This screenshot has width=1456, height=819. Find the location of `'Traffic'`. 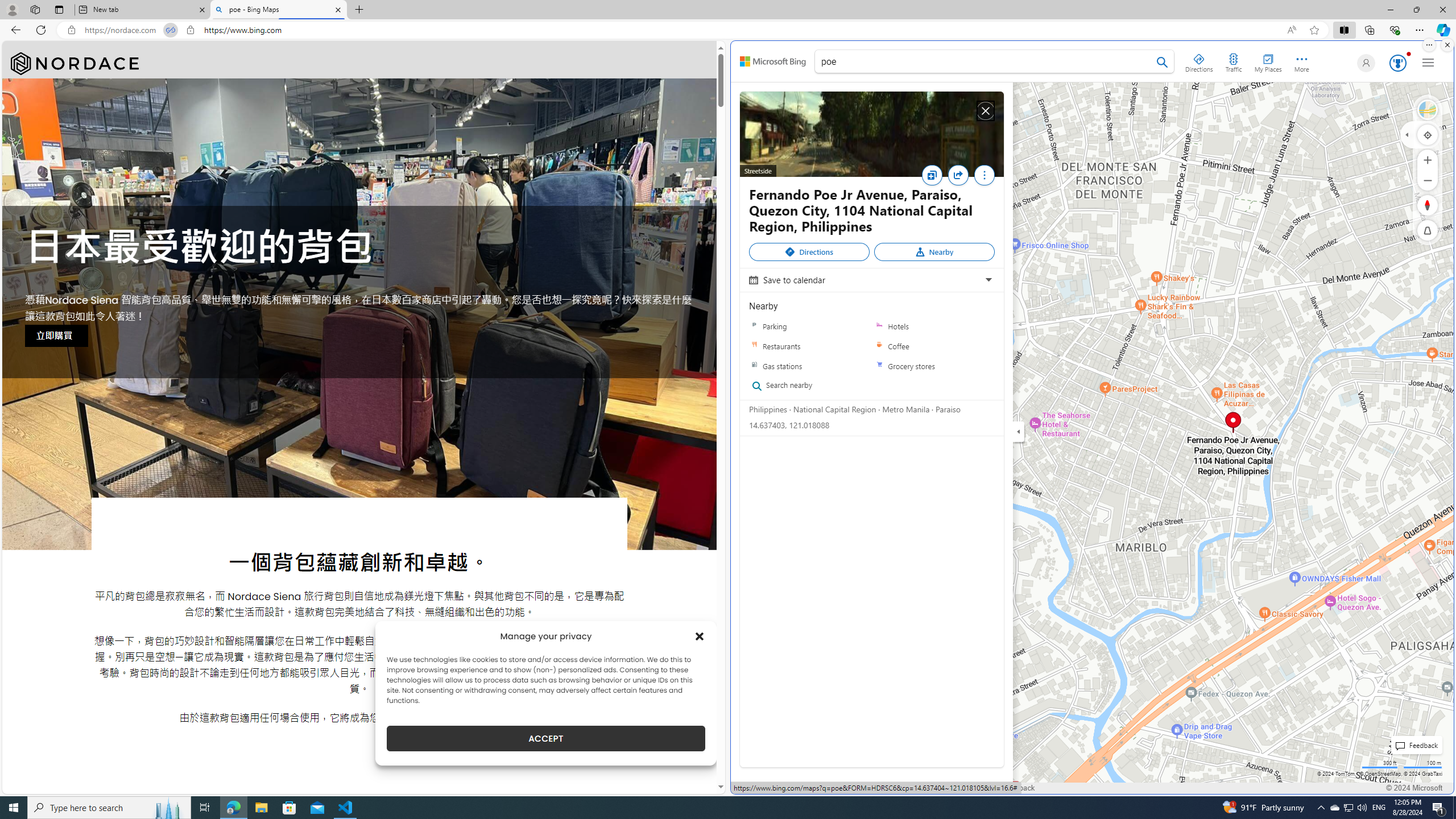

'Traffic' is located at coordinates (1233, 61).